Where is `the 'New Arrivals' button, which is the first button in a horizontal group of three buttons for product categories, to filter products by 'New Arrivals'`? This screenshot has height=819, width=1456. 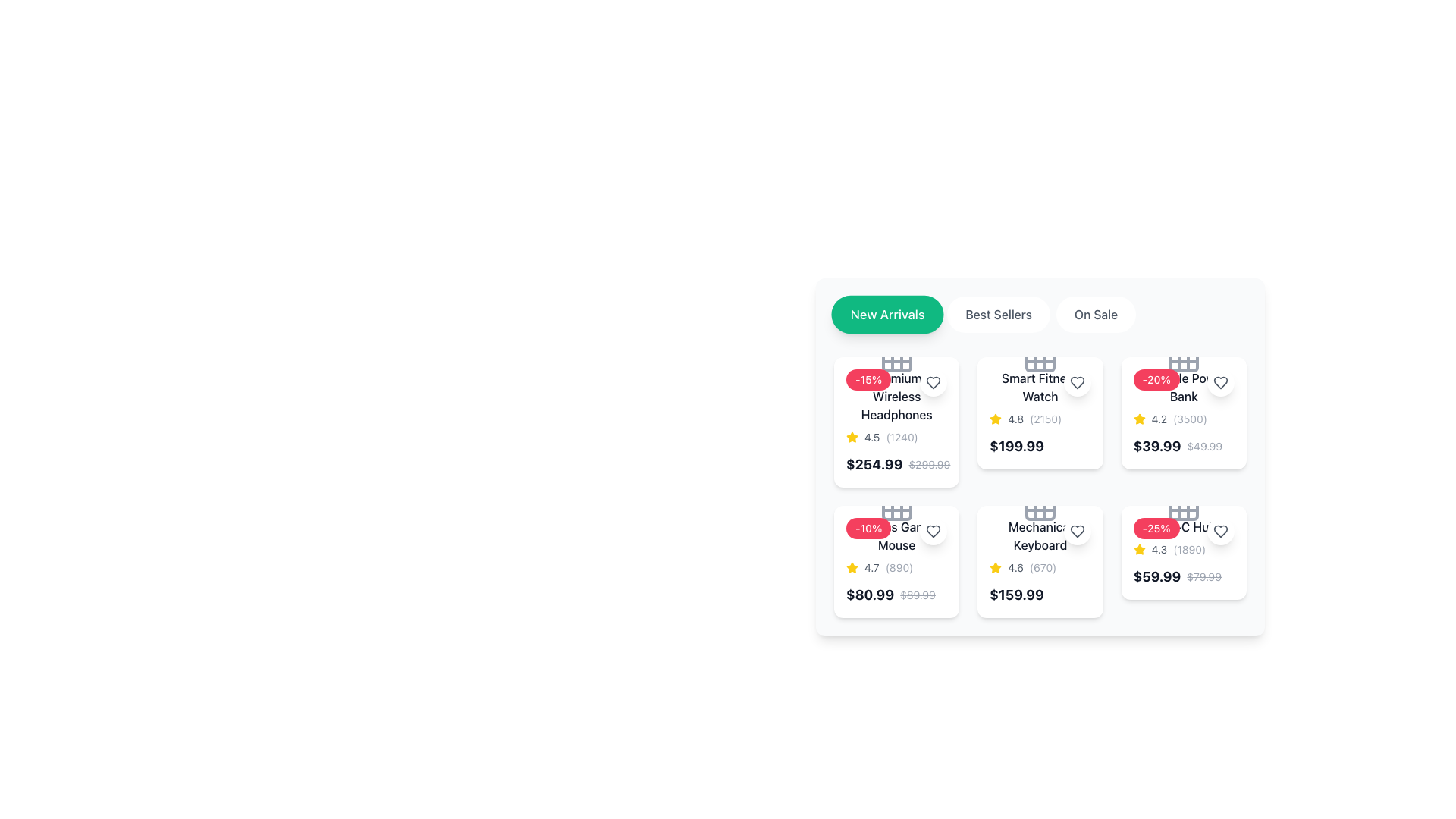 the 'New Arrivals' button, which is the first button in a horizontal group of three buttons for product categories, to filter products by 'New Arrivals' is located at coordinates (887, 314).